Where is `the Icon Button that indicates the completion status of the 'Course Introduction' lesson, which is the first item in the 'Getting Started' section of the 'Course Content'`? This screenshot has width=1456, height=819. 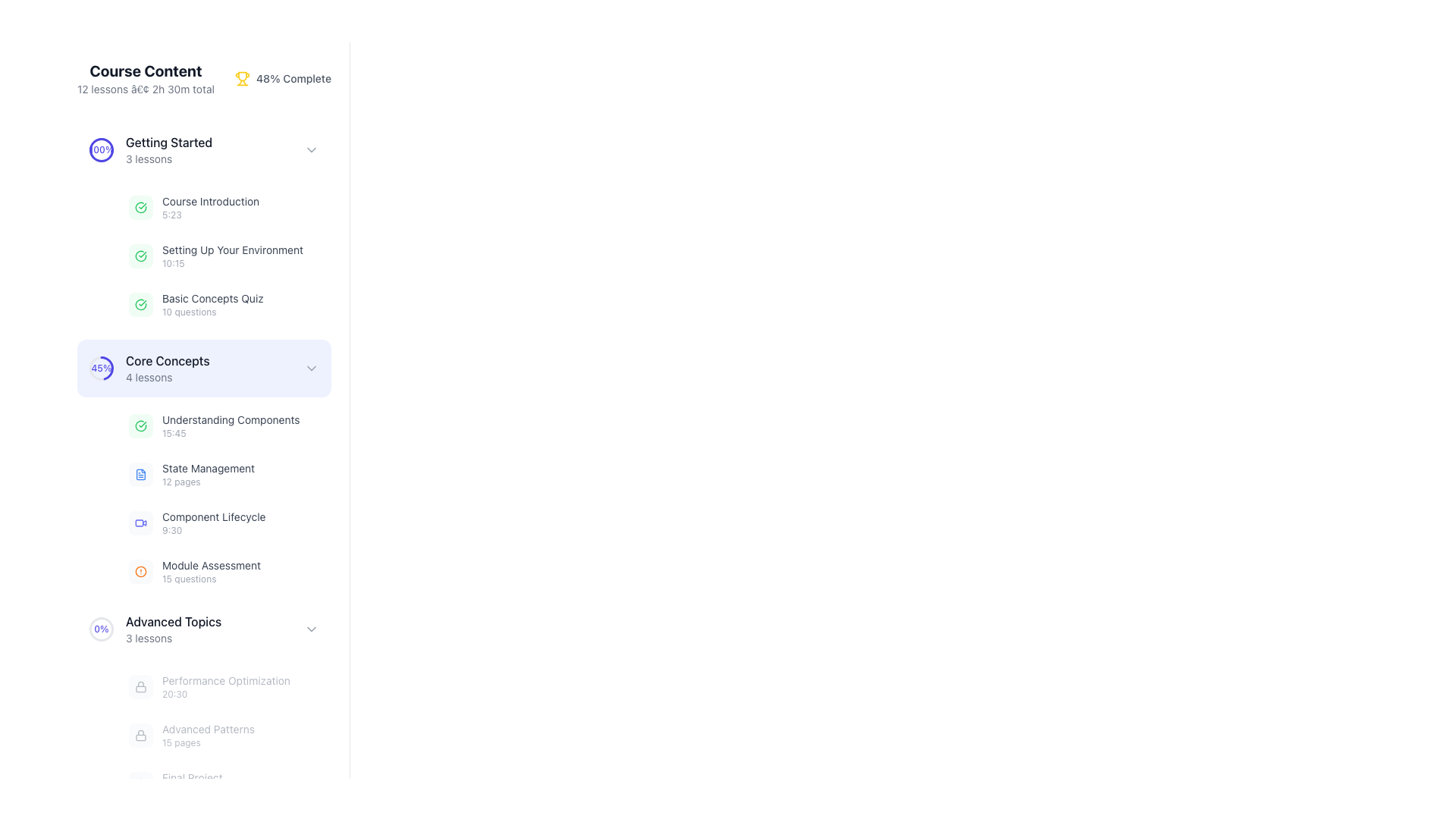
the Icon Button that indicates the completion status of the 'Course Introduction' lesson, which is the first item in the 'Getting Started' section of the 'Course Content' is located at coordinates (141, 207).